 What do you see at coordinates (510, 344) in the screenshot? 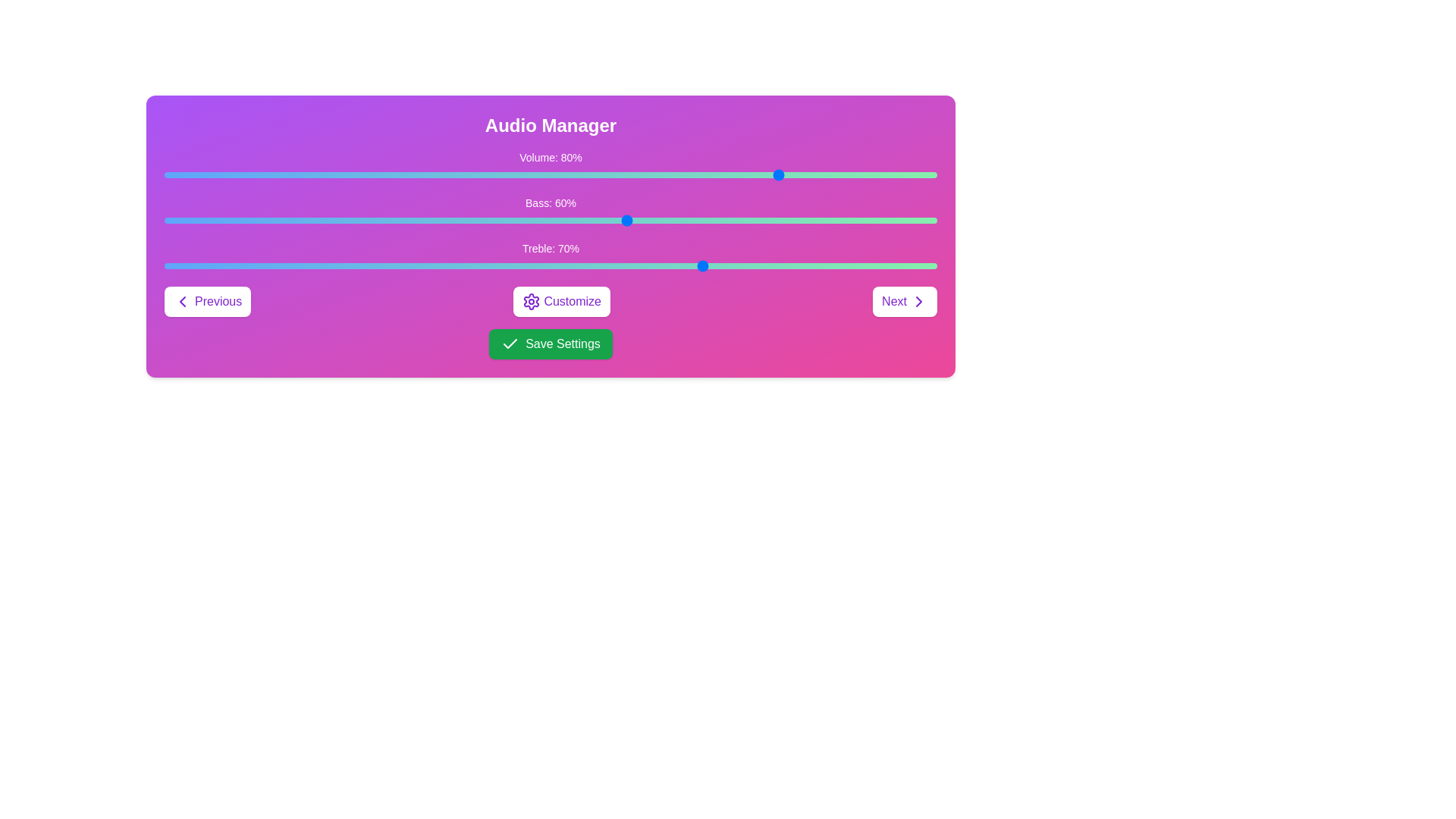
I see `the save settings icon located to the left of the 'Save Settings' text in the footer section of the interface` at bounding box center [510, 344].